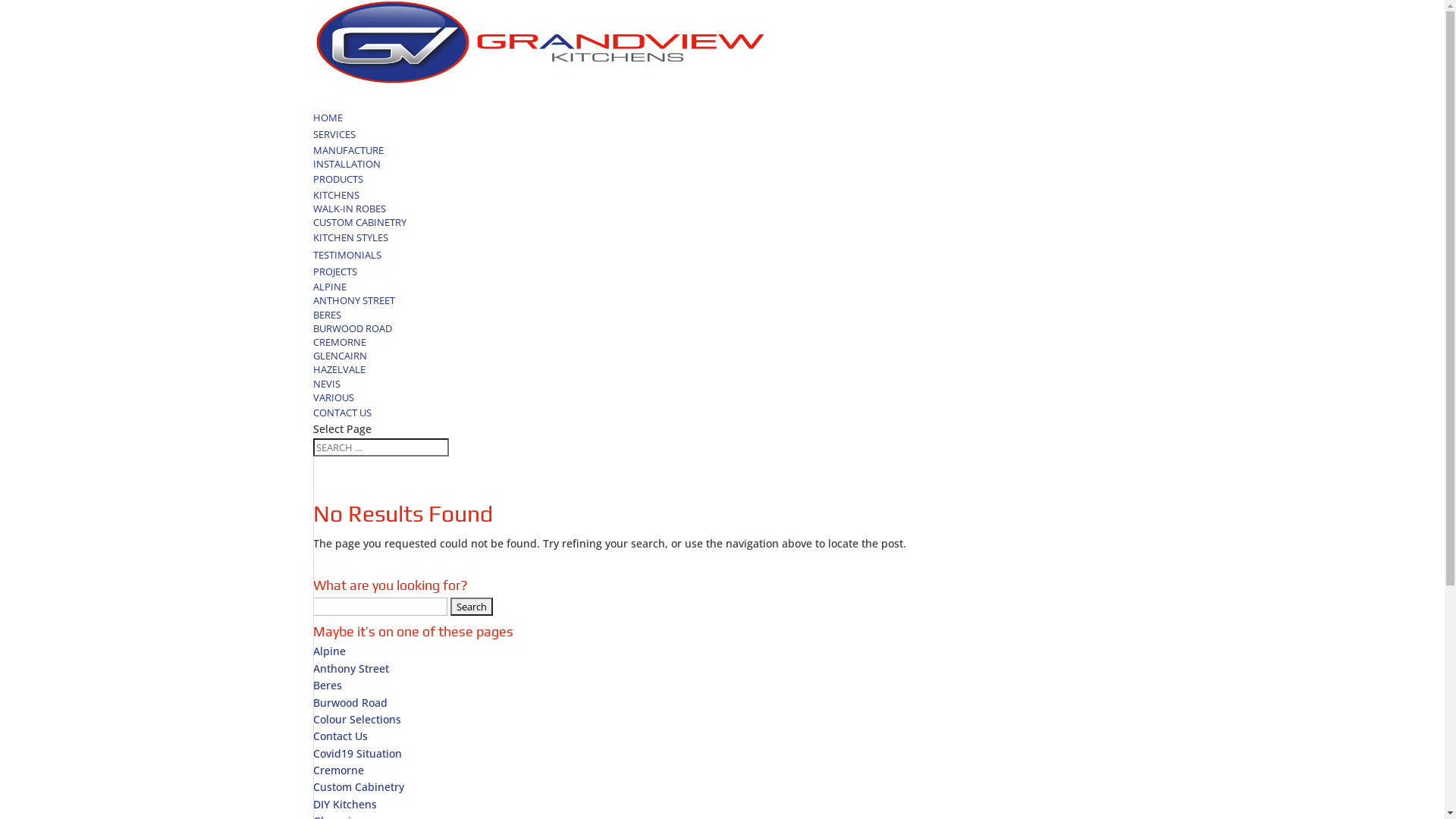 The height and width of the screenshot is (819, 1456). Describe the element at coordinates (345, 164) in the screenshot. I see `'INSTALLATION'` at that location.